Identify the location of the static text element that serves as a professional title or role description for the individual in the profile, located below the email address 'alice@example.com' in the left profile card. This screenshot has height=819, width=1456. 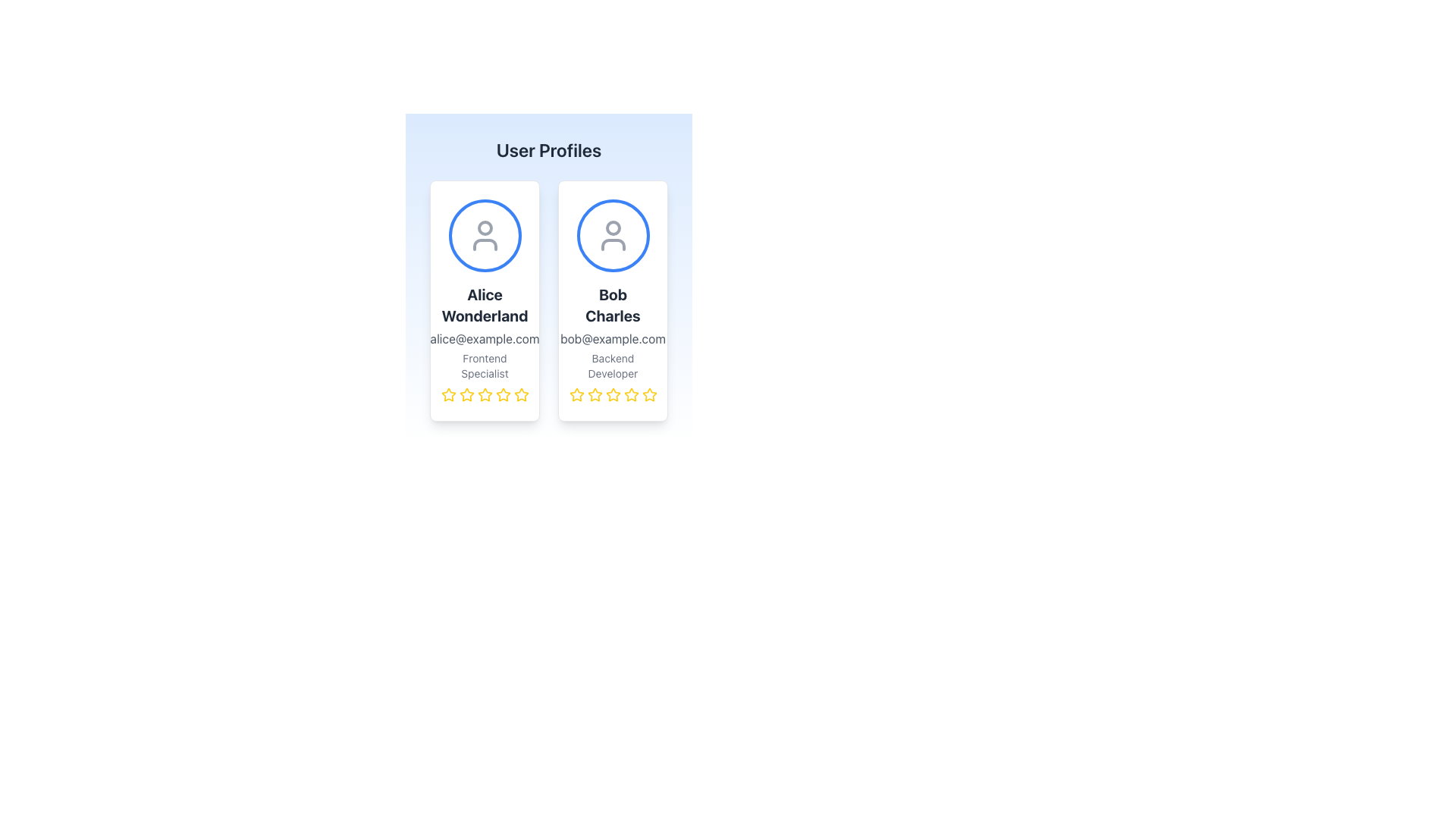
(484, 366).